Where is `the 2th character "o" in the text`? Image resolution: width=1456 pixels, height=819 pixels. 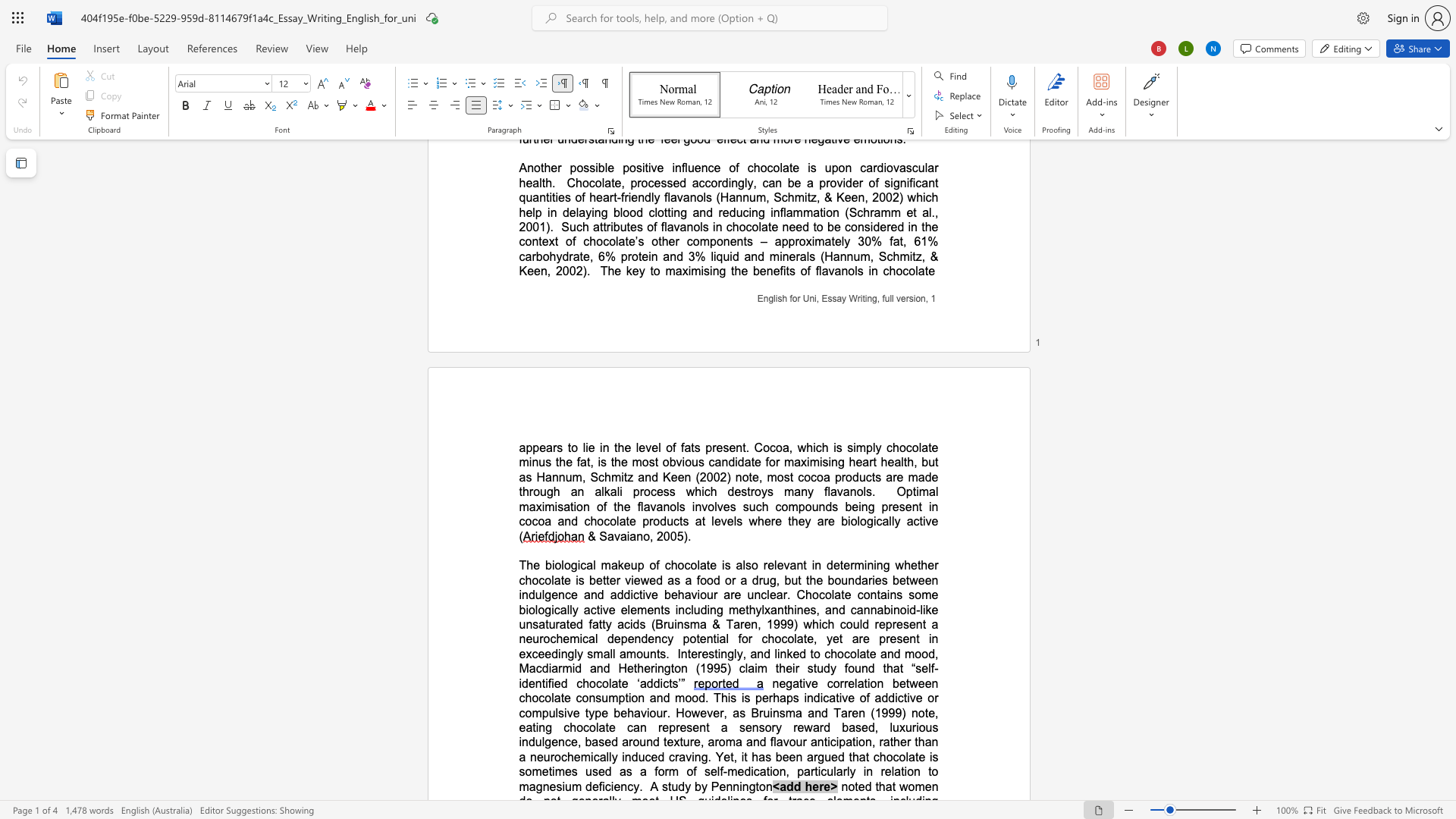
the 2th character "o" in the text is located at coordinates (839, 653).